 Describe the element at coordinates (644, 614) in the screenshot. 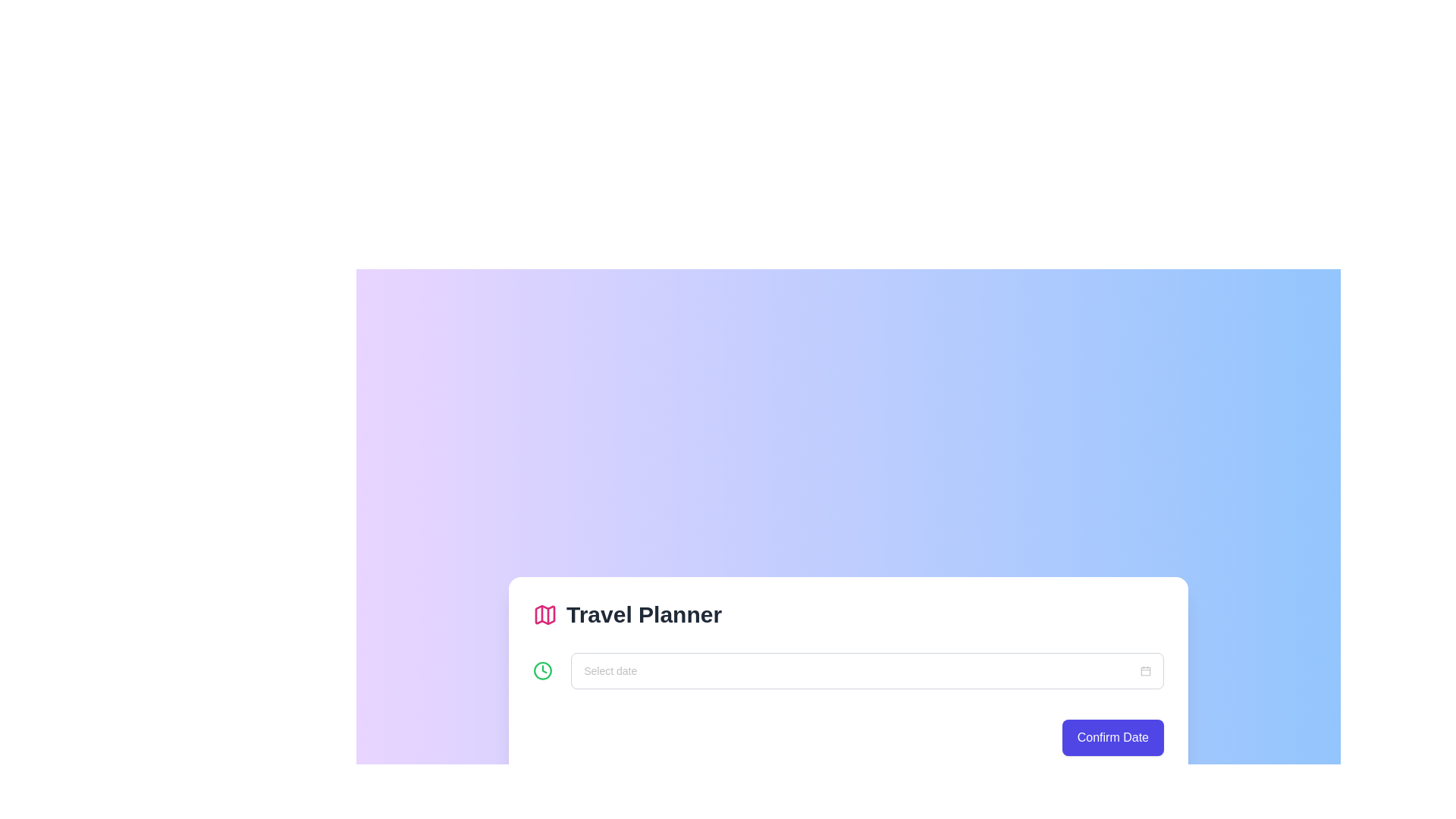

I see `the Text Label that serves as a header for the travel planning section, located above the date selection field and to the right of a pink map icon` at that location.